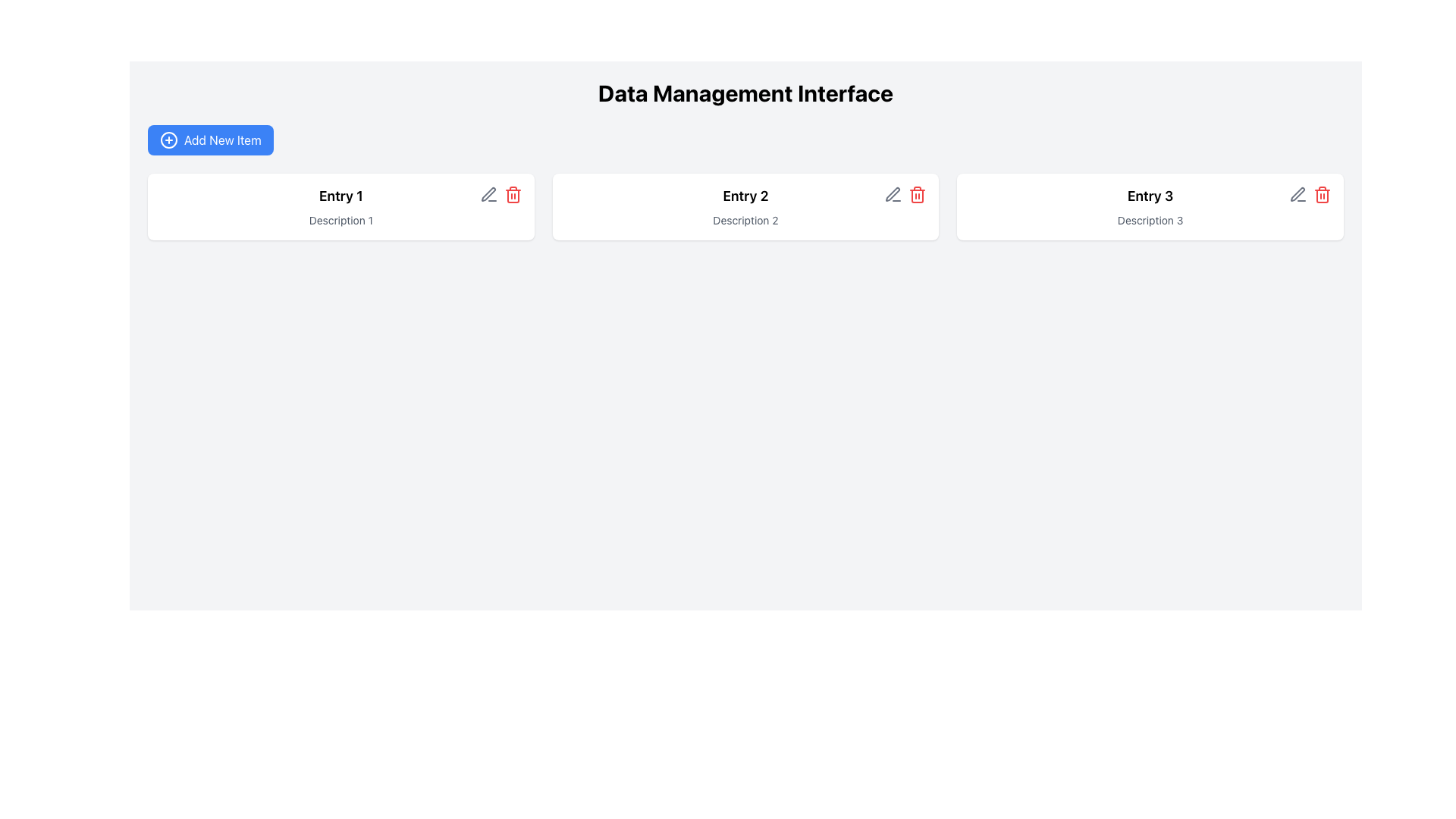  Describe the element at coordinates (209, 140) in the screenshot. I see `the 'Add New Item' button located under the 'Data Management Interface' heading to initiate adding a new item` at that location.